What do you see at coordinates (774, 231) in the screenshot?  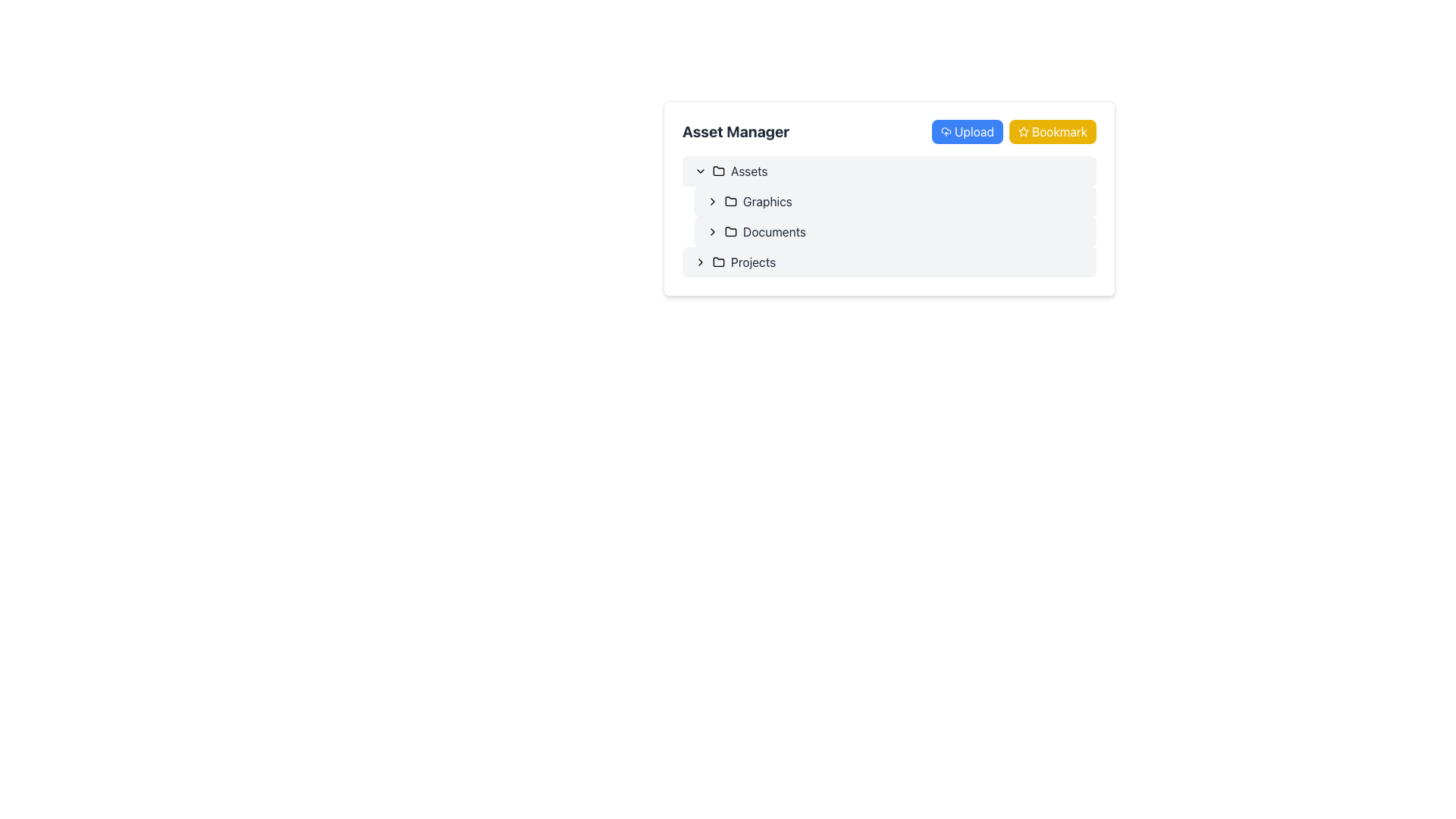 I see `the 'Documents' text label, which is displayed in a medium gray sans-serif typeface and is the third list item under the 'Assets' group in the sidebar menu` at bounding box center [774, 231].